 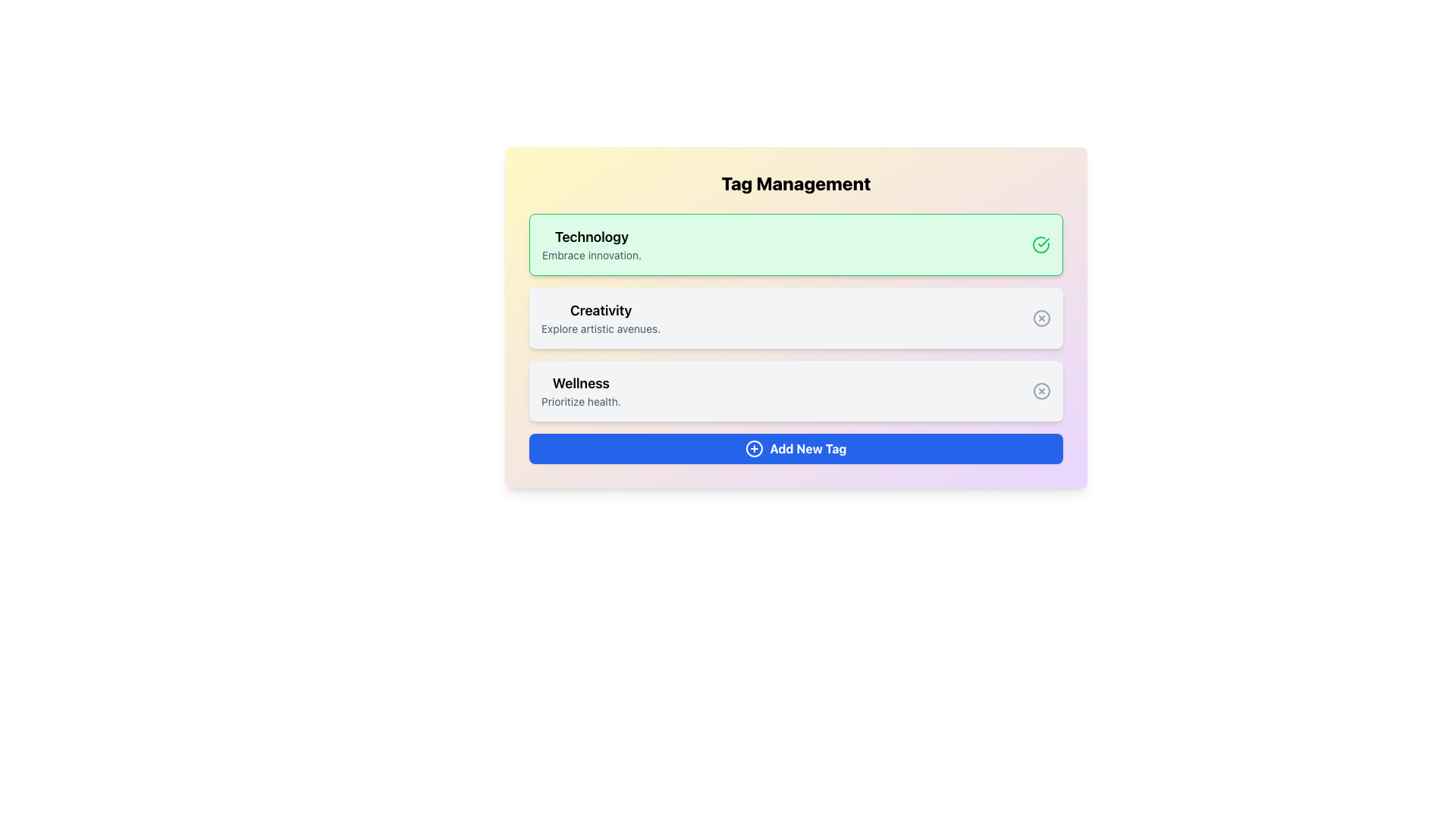 I want to click on the cancel button located on the rightmost side of the 'Creativity' section, which allows the user to dismiss or remove the associated item, so click(x=1040, y=318).